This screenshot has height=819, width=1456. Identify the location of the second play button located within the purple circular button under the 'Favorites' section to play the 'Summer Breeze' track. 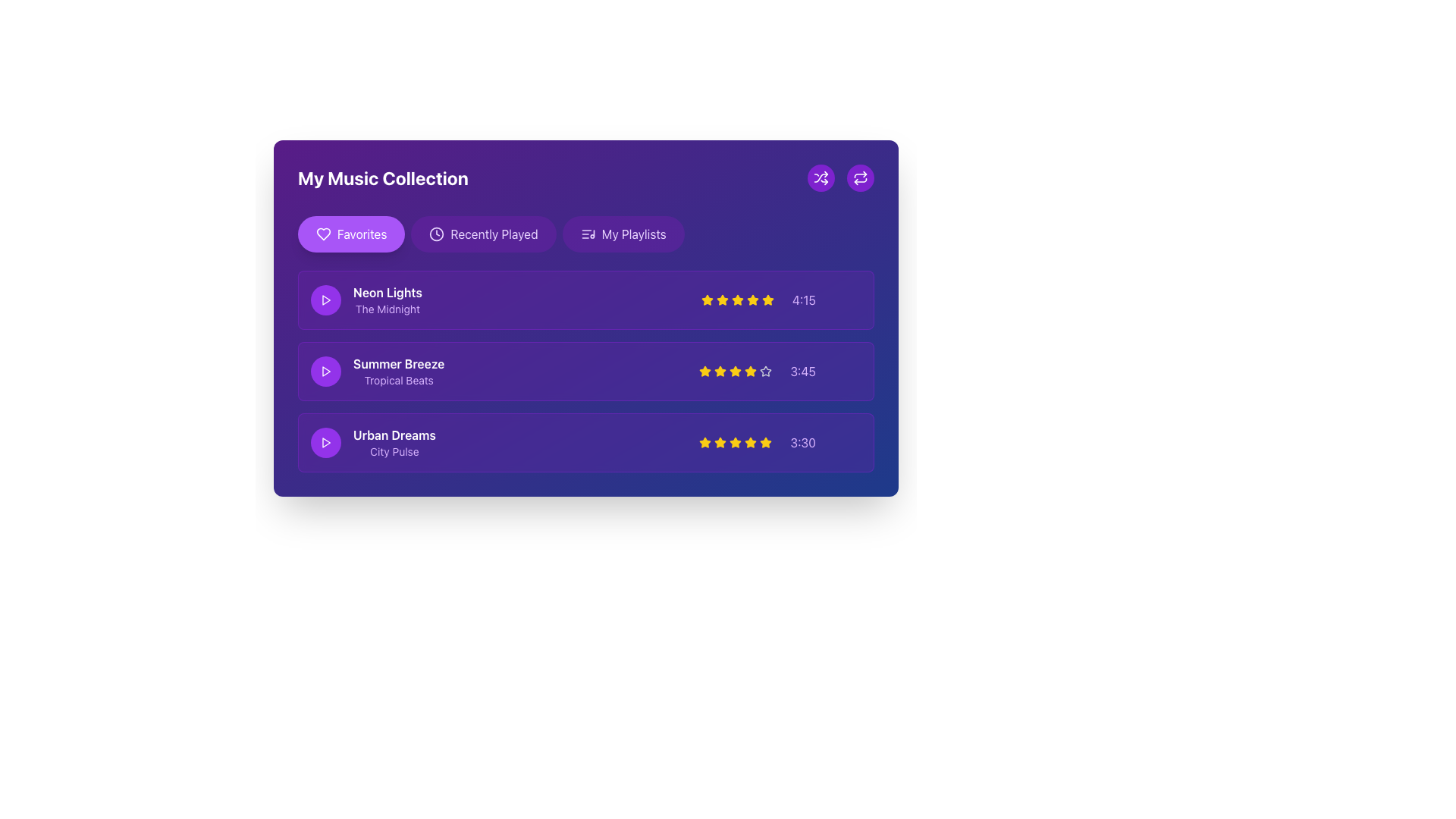
(325, 371).